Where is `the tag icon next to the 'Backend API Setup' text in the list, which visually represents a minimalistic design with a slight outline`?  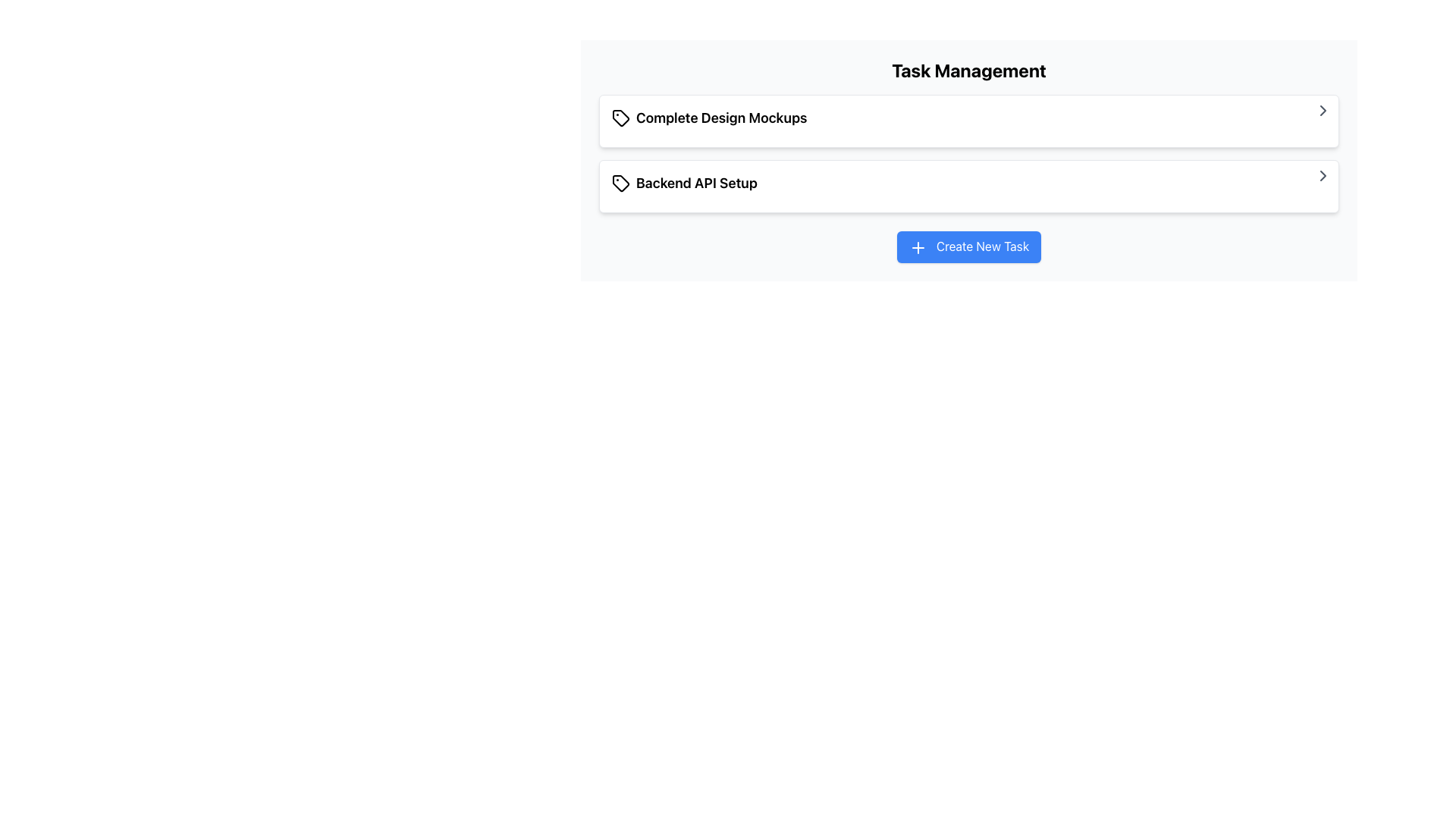 the tag icon next to the 'Backend API Setup' text in the list, which visually represents a minimalistic design with a slight outline is located at coordinates (621, 183).